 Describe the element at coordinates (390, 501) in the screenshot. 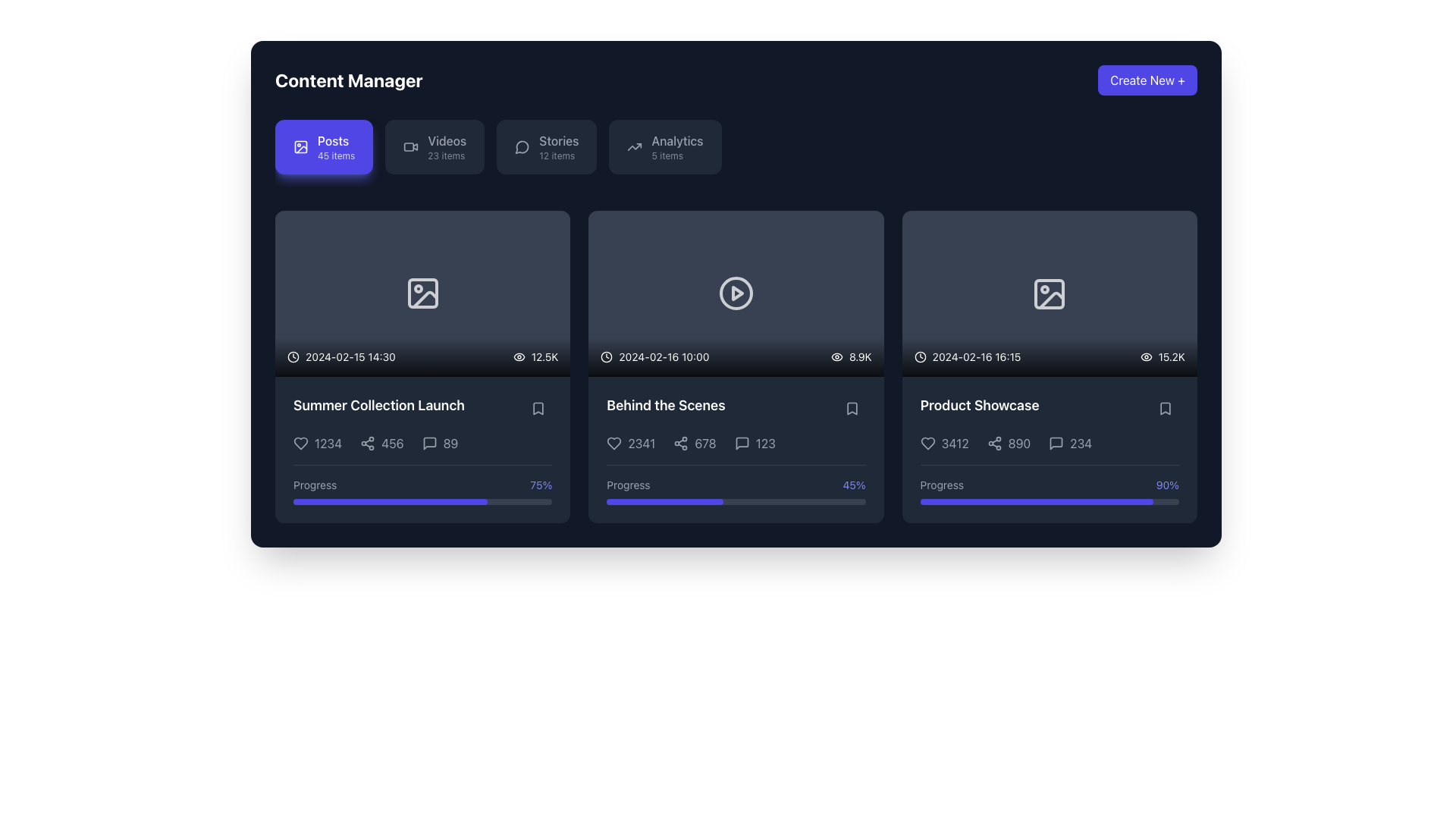

I see `the horizontal progress bar that is indigo-gray and represents 75% progress, located underneath the 'Summer Collection Launch' card in the first column of the grid` at that location.